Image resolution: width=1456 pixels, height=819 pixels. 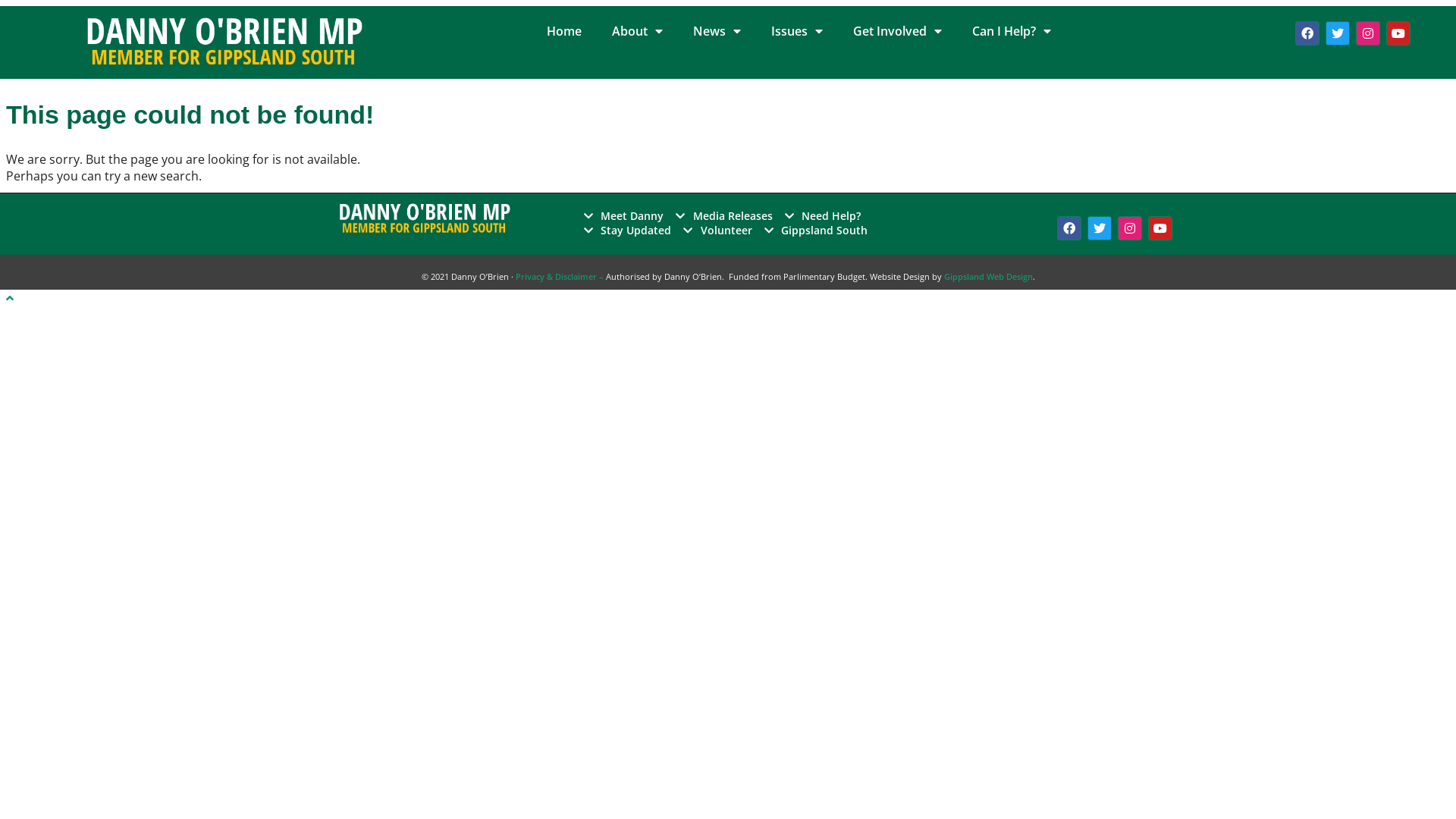 I want to click on 'Gippsland South', so click(x=815, y=230).